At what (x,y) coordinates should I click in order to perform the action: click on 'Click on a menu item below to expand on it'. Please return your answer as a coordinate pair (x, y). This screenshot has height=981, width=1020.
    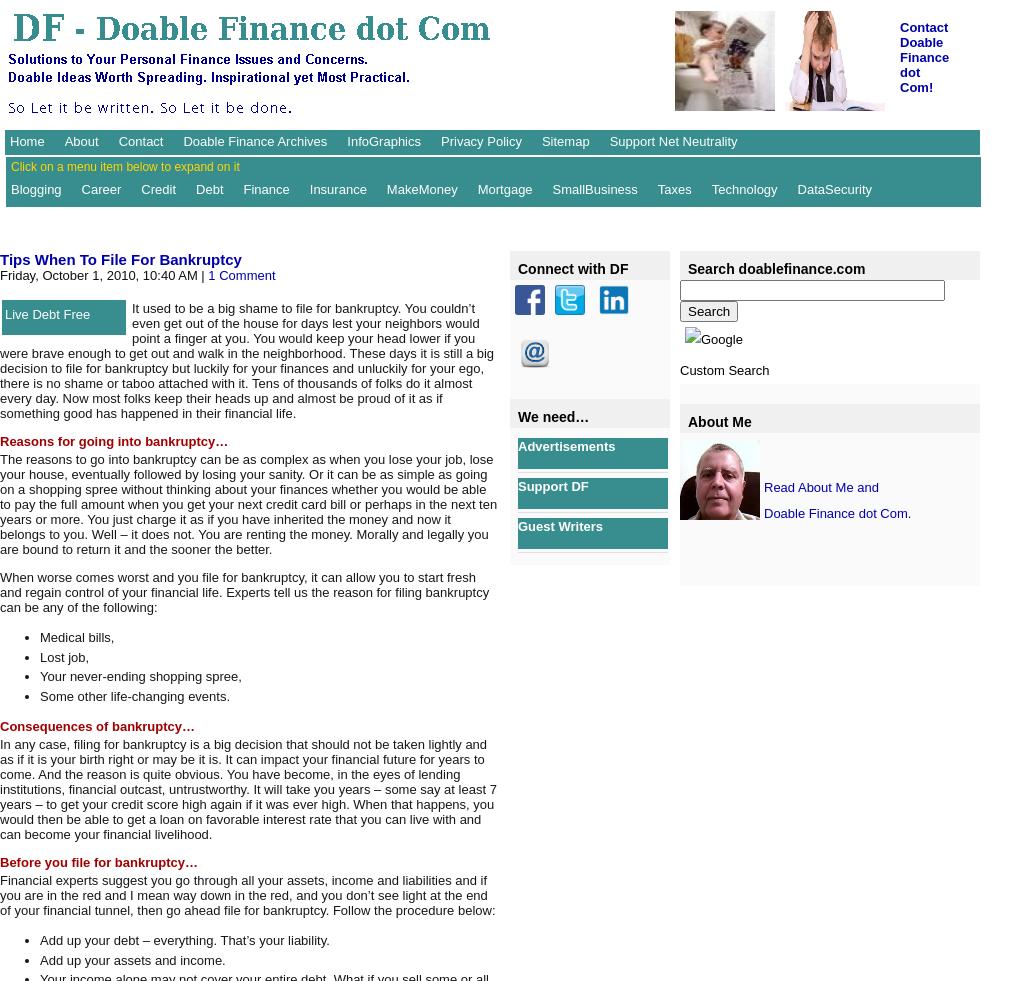
    Looking at the image, I should click on (123, 165).